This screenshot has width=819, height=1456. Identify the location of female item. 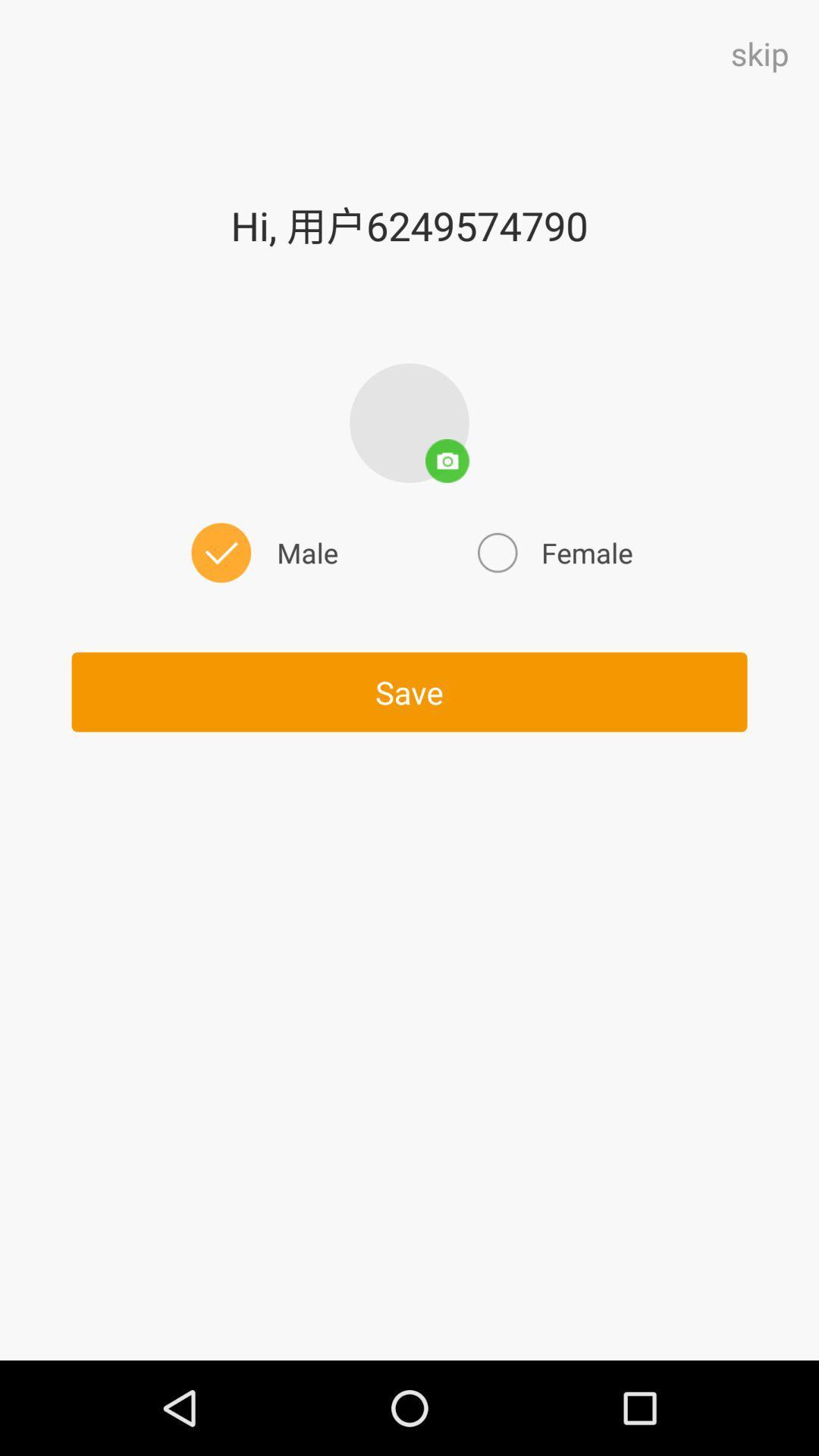
(553, 552).